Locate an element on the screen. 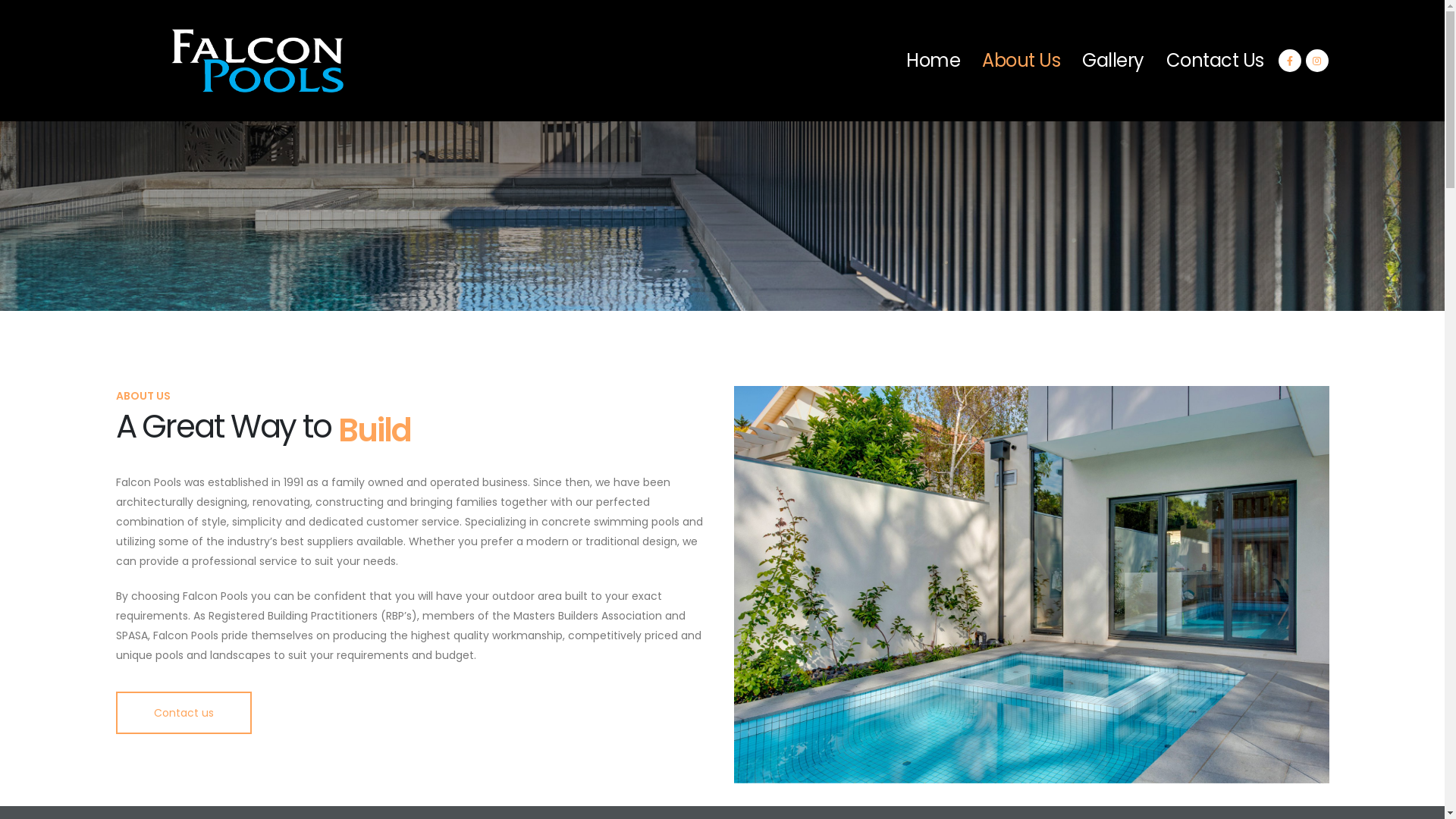 The width and height of the screenshot is (1456, 819). 'Home' is located at coordinates (895, 60).